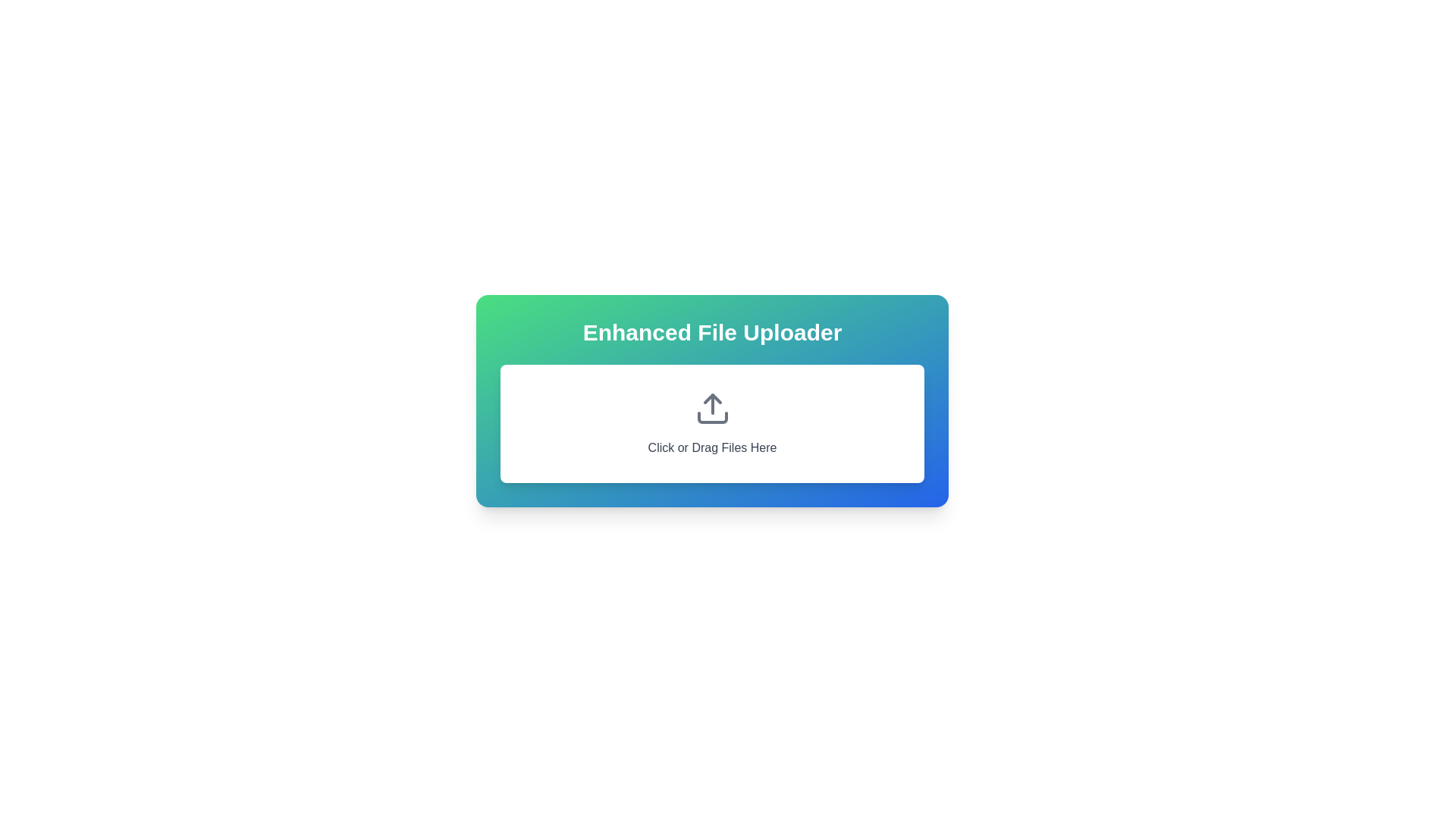  What do you see at coordinates (711, 400) in the screenshot?
I see `the 'Enhanced File Uploader' element featuring a gradient background and a dashed border box for file uploads on touch-enabled devices` at bounding box center [711, 400].